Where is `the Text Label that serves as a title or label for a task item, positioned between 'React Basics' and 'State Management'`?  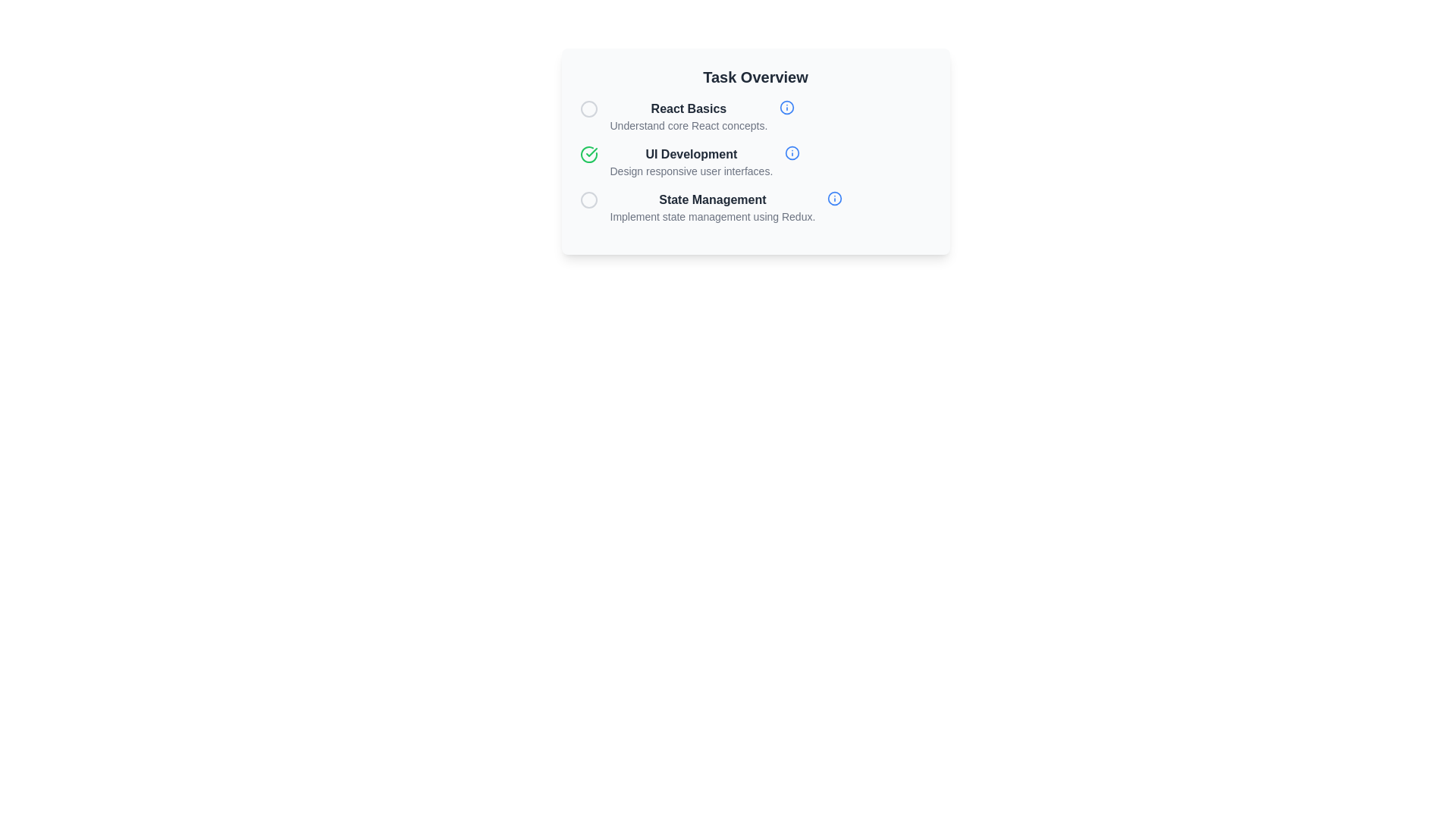
the Text Label that serves as a title or label for a task item, positioned between 'React Basics' and 'State Management' is located at coordinates (690, 155).